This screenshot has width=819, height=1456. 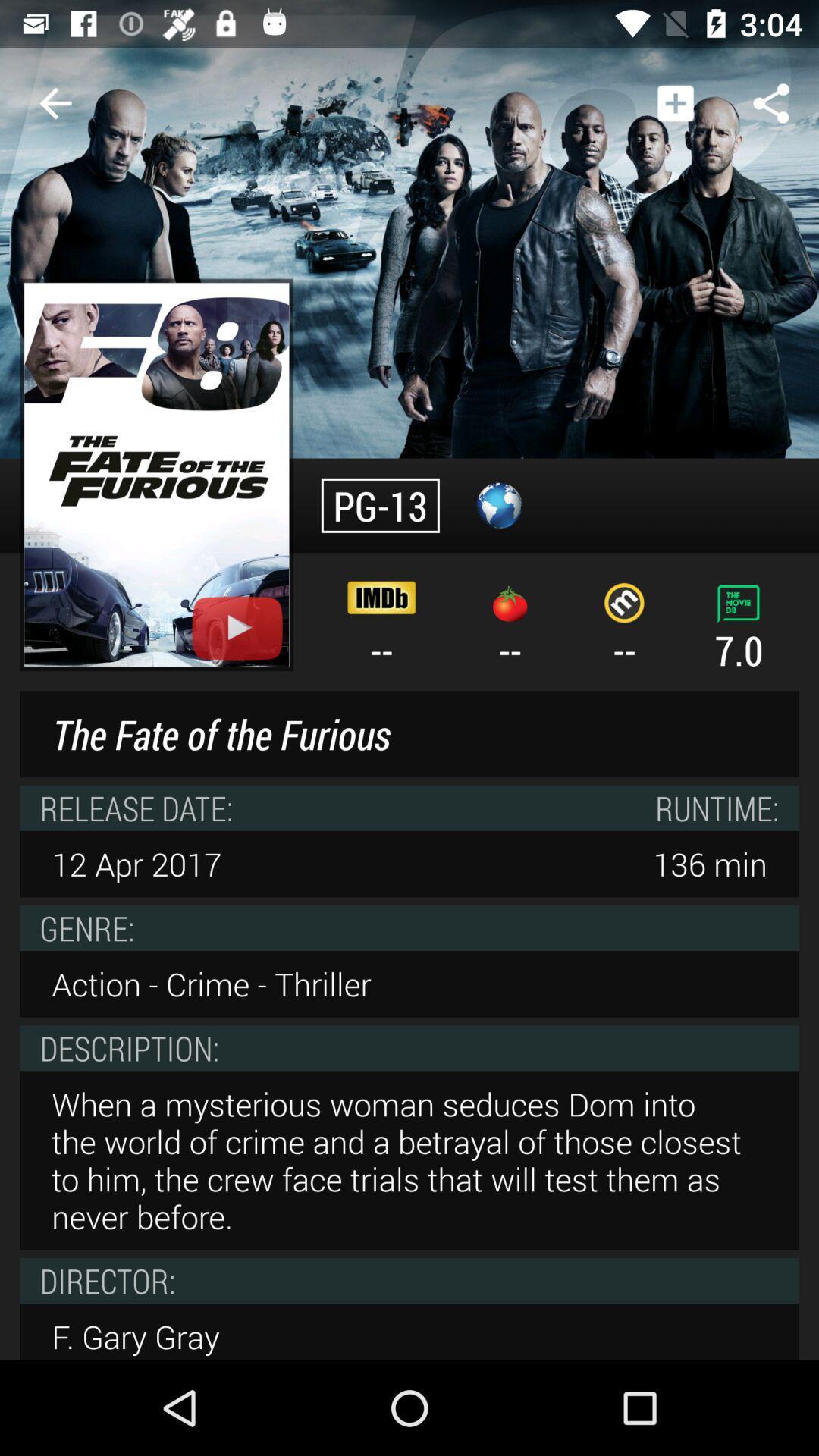 What do you see at coordinates (499, 505) in the screenshot?
I see `world` at bounding box center [499, 505].